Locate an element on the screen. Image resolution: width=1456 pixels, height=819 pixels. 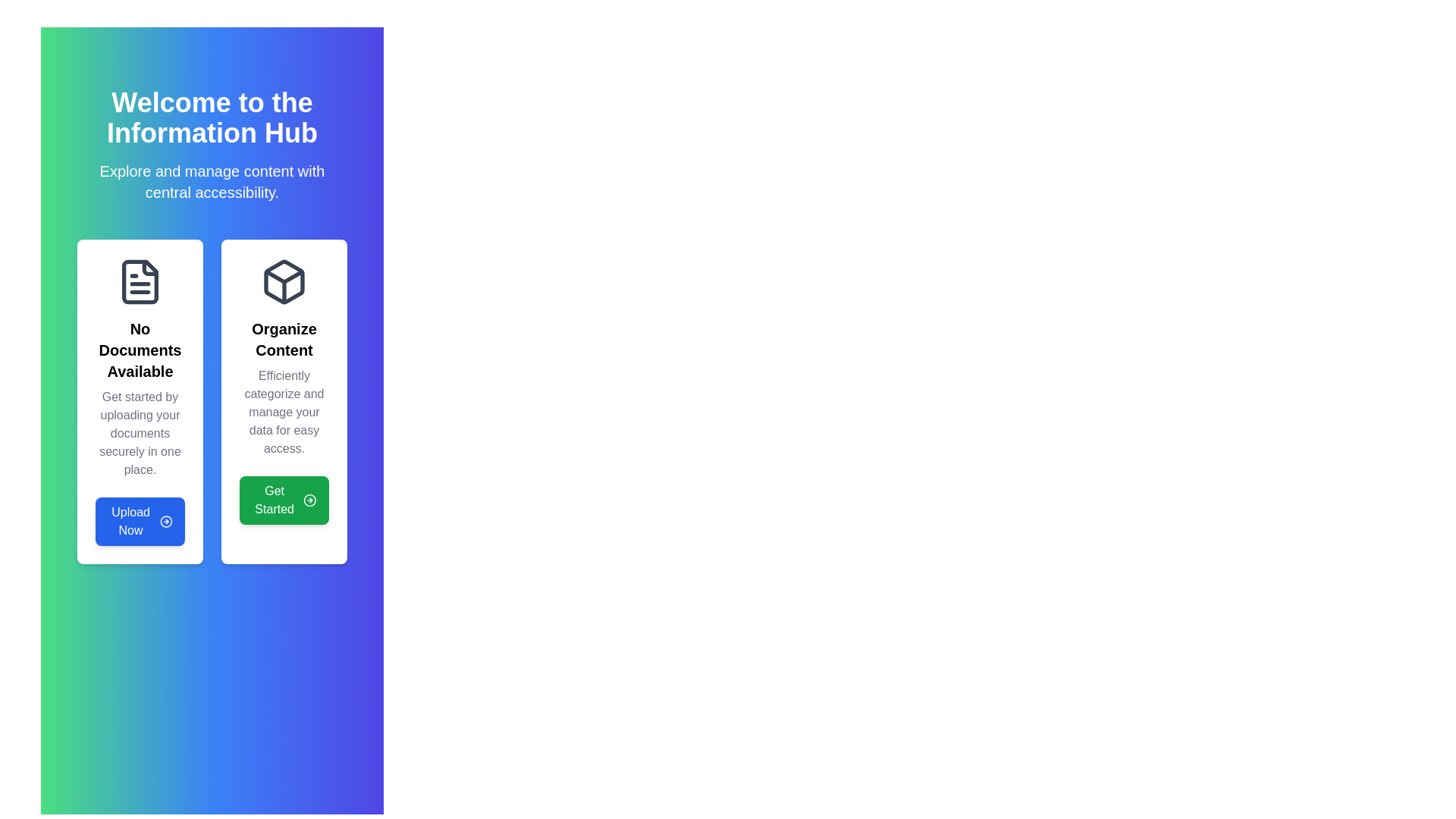
the static text block that serves as a descriptive subheading located below the main heading 'Welcome to the Information Hub' is located at coordinates (211, 180).